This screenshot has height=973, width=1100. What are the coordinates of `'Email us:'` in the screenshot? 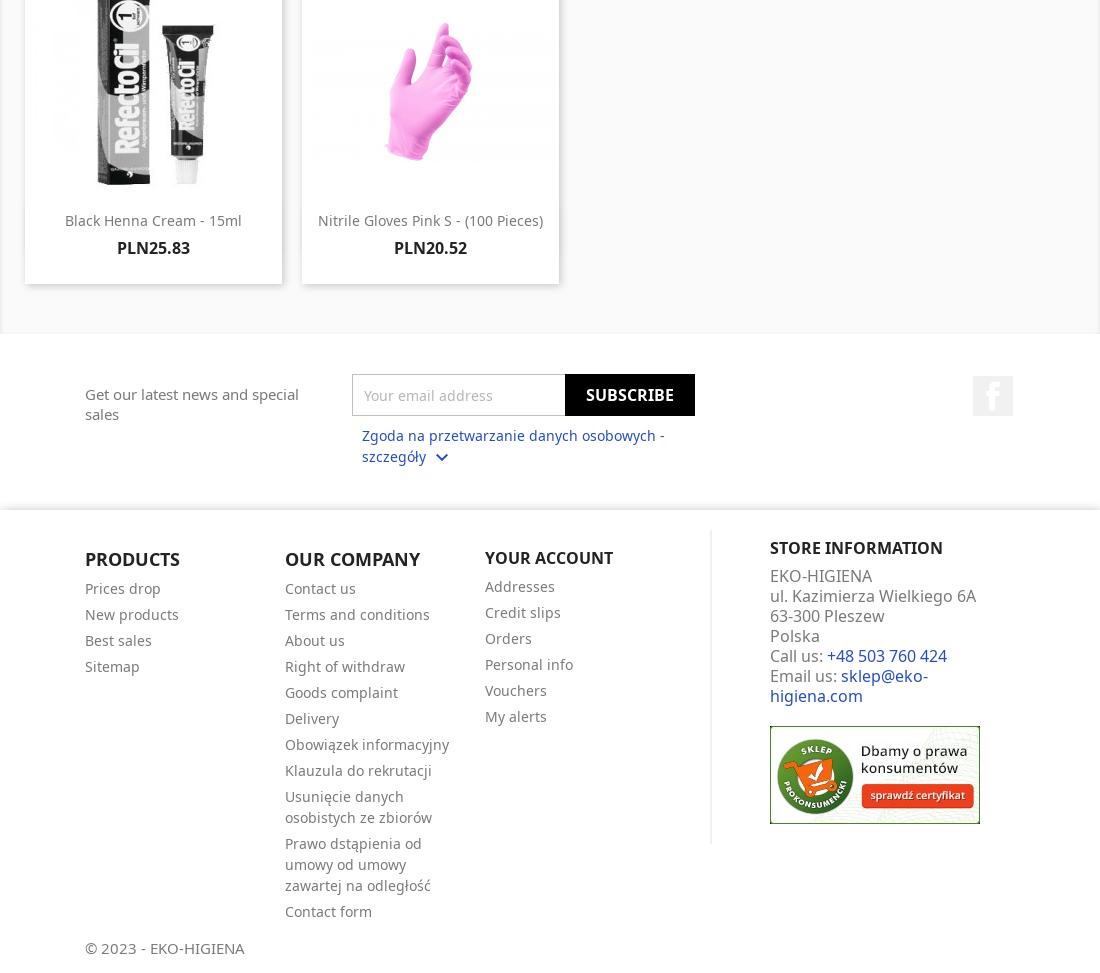 It's located at (805, 673).